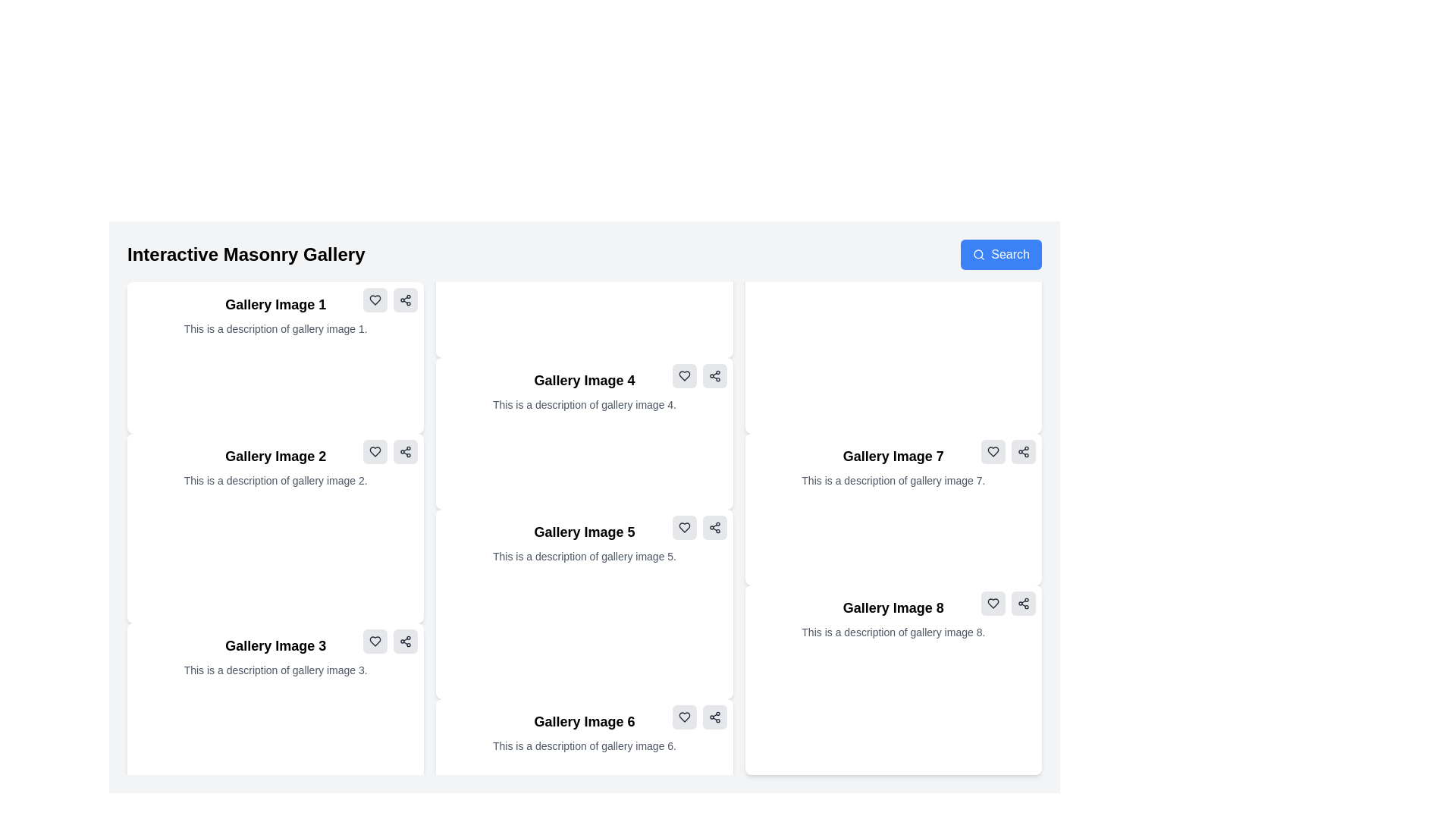  What do you see at coordinates (406, 300) in the screenshot?
I see `the share button located at the top-right corner of the 'Gallery Image 1' card, which features a light gray background and a dark gray share icon` at bounding box center [406, 300].